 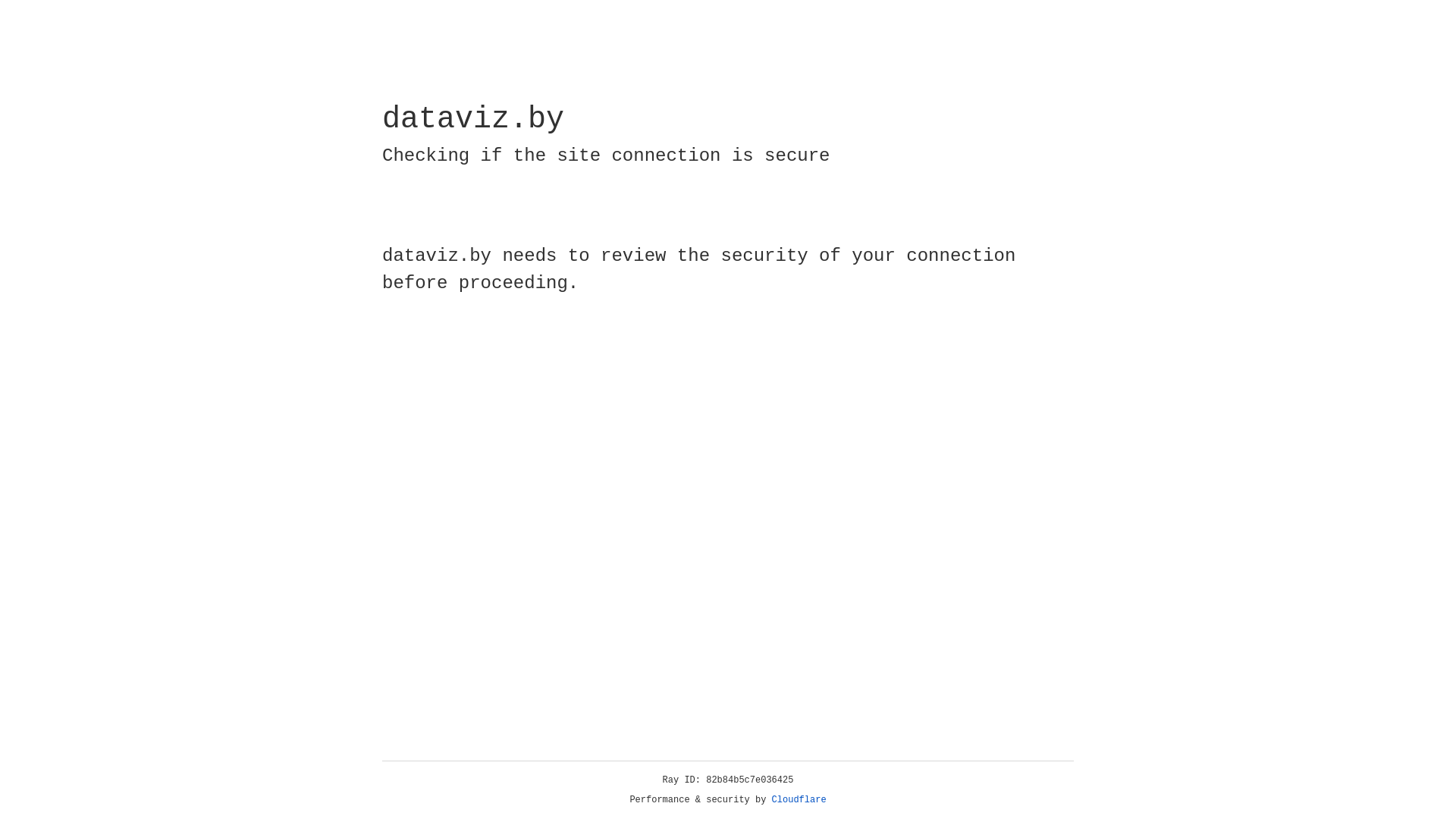 I want to click on 'Cloudflare', so click(x=799, y=799).